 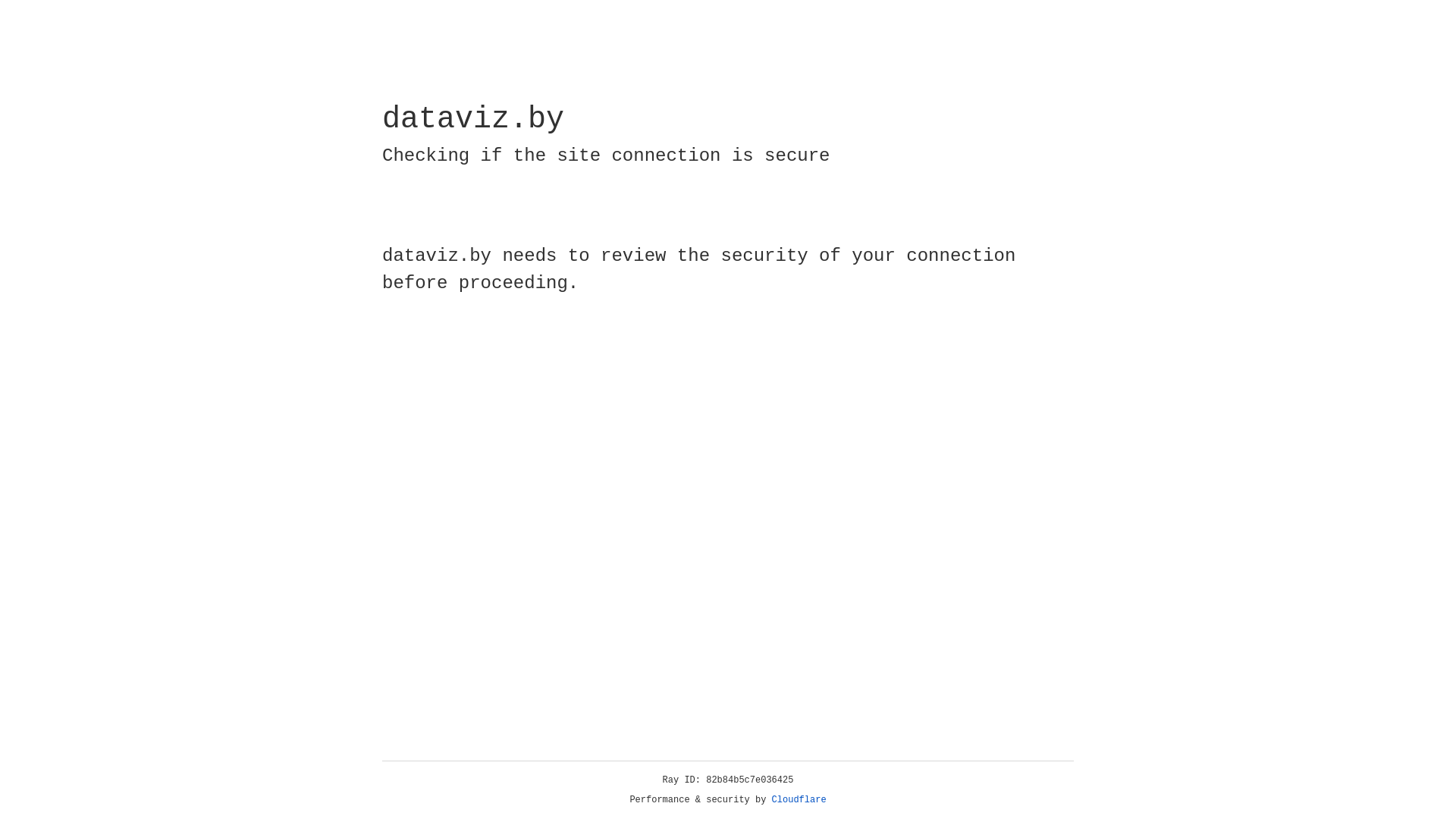 I want to click on 'Cloudflare', so click(x=799, y=799).